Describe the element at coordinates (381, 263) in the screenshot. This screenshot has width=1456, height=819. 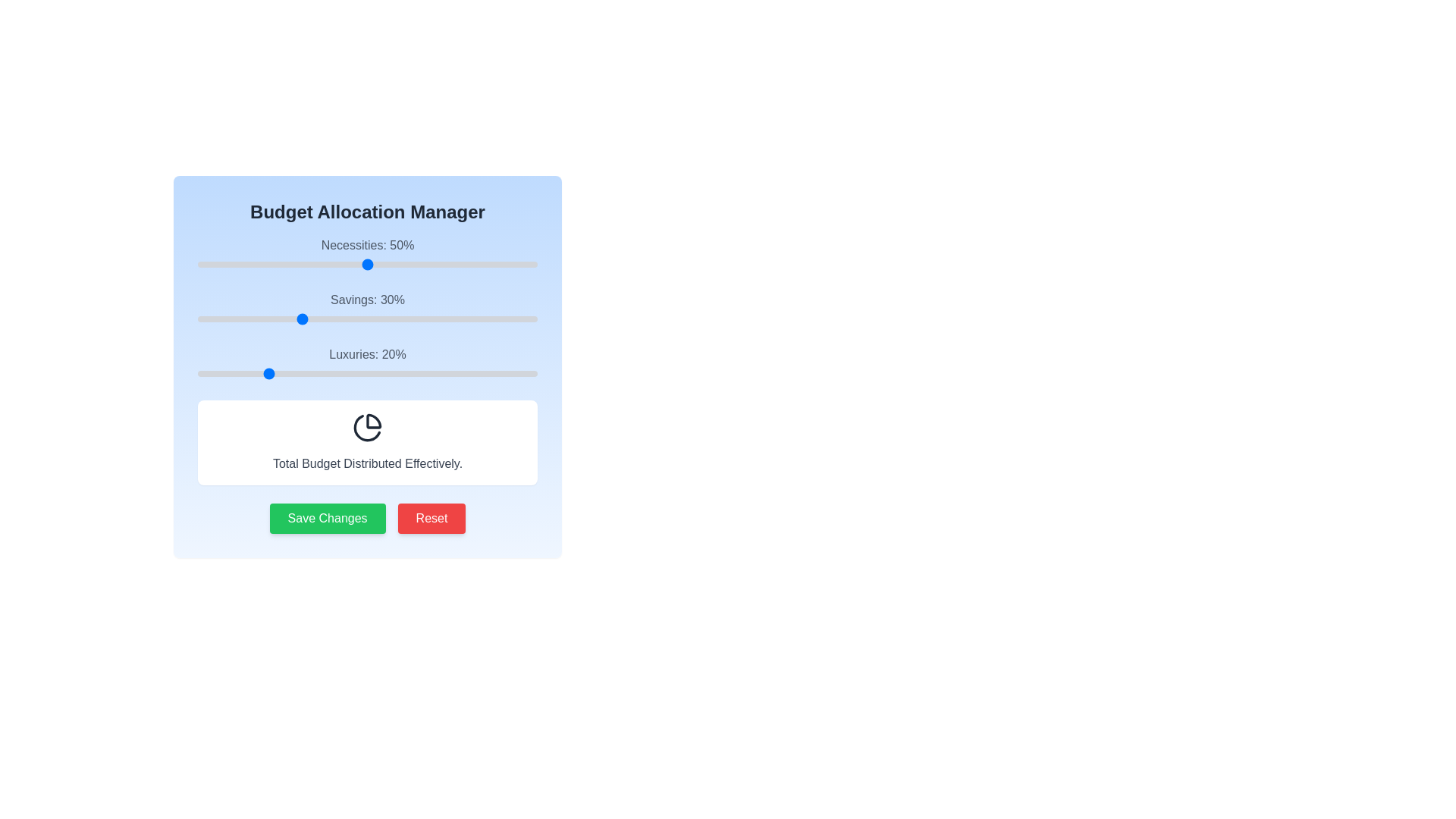
I see `the 'Necessities' slider` at that location.